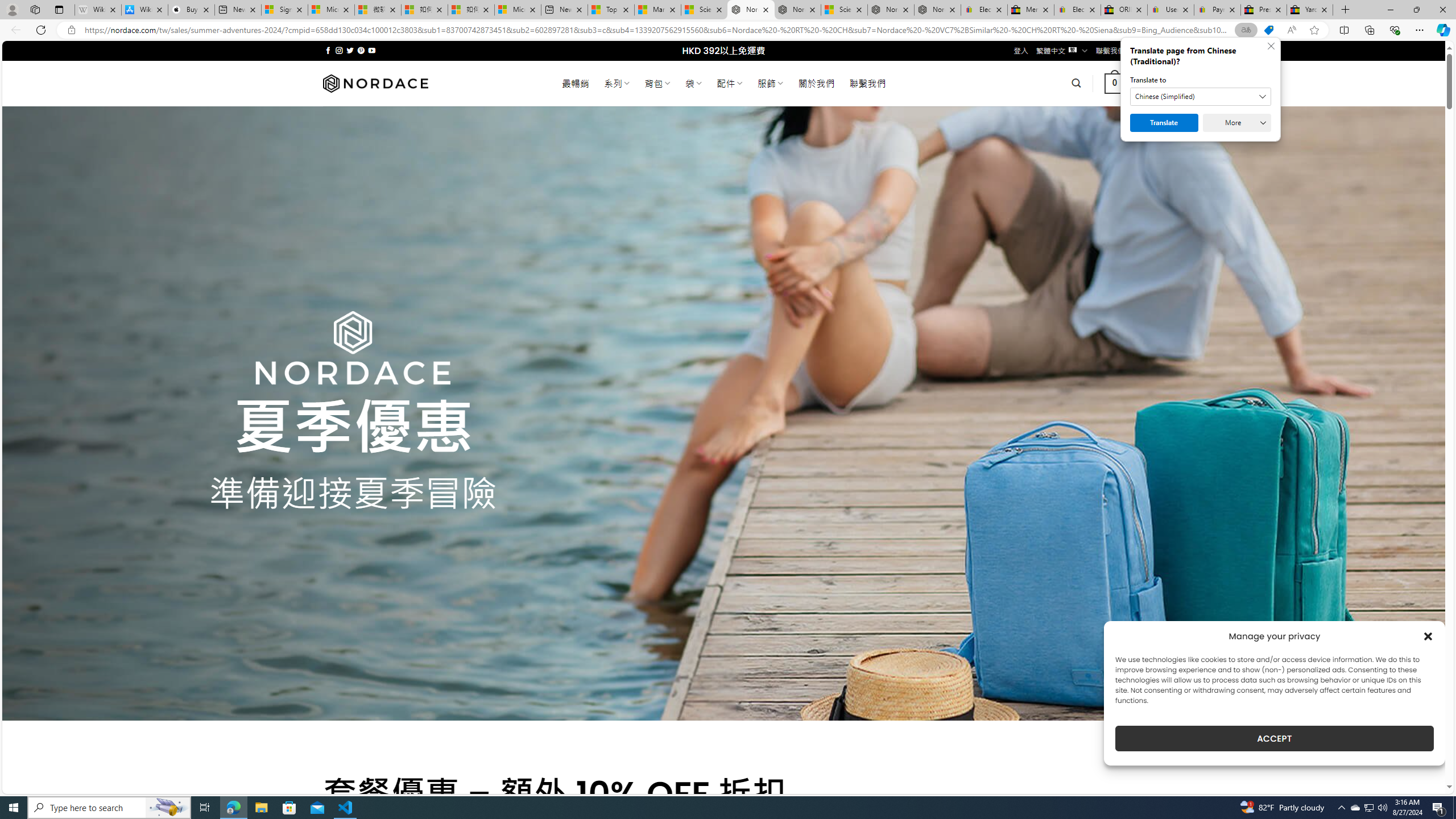  I want to click on 'Close', so click(1442, 9).